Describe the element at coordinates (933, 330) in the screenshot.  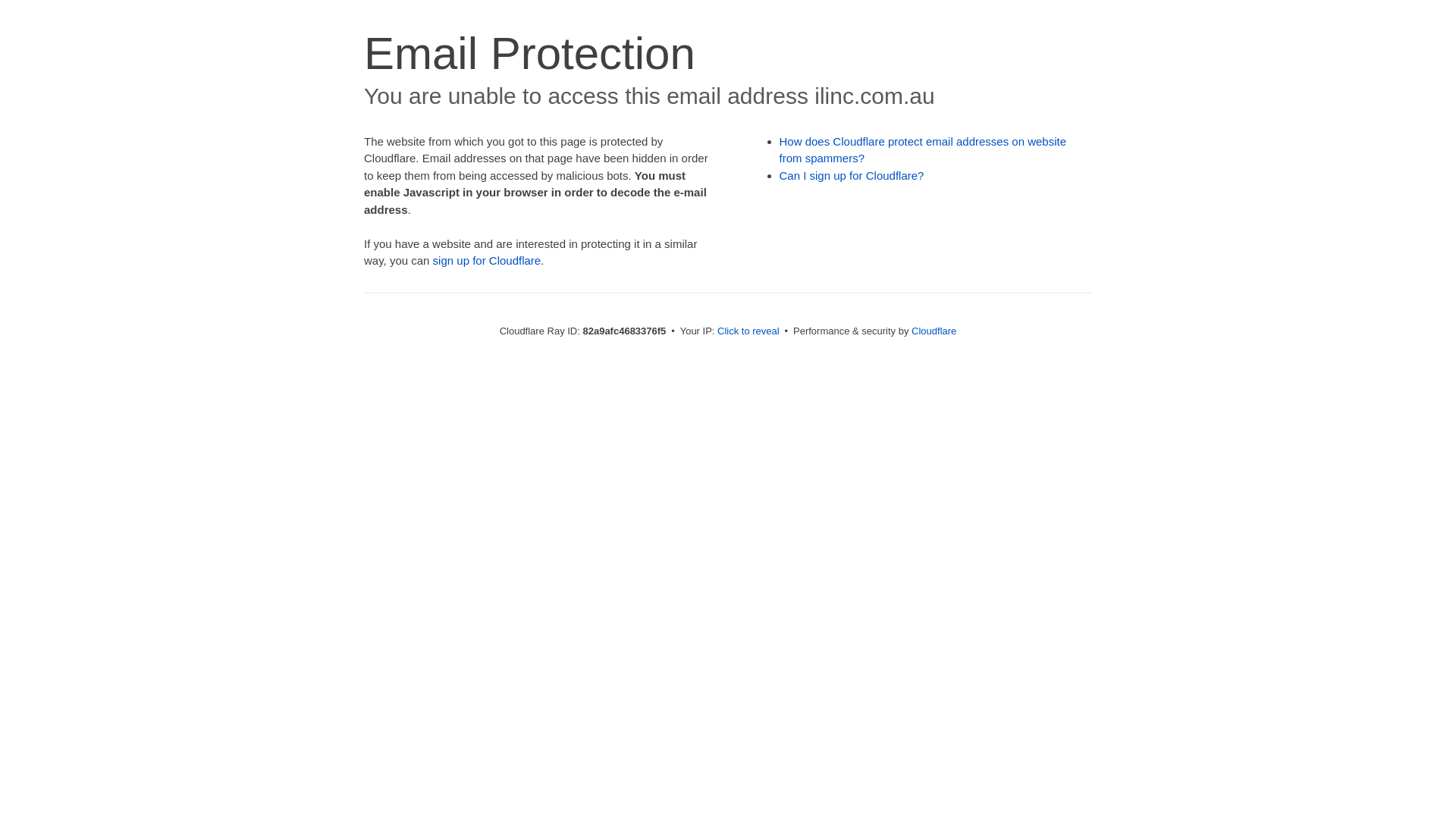
I see `'Cloudflare'` at that location.